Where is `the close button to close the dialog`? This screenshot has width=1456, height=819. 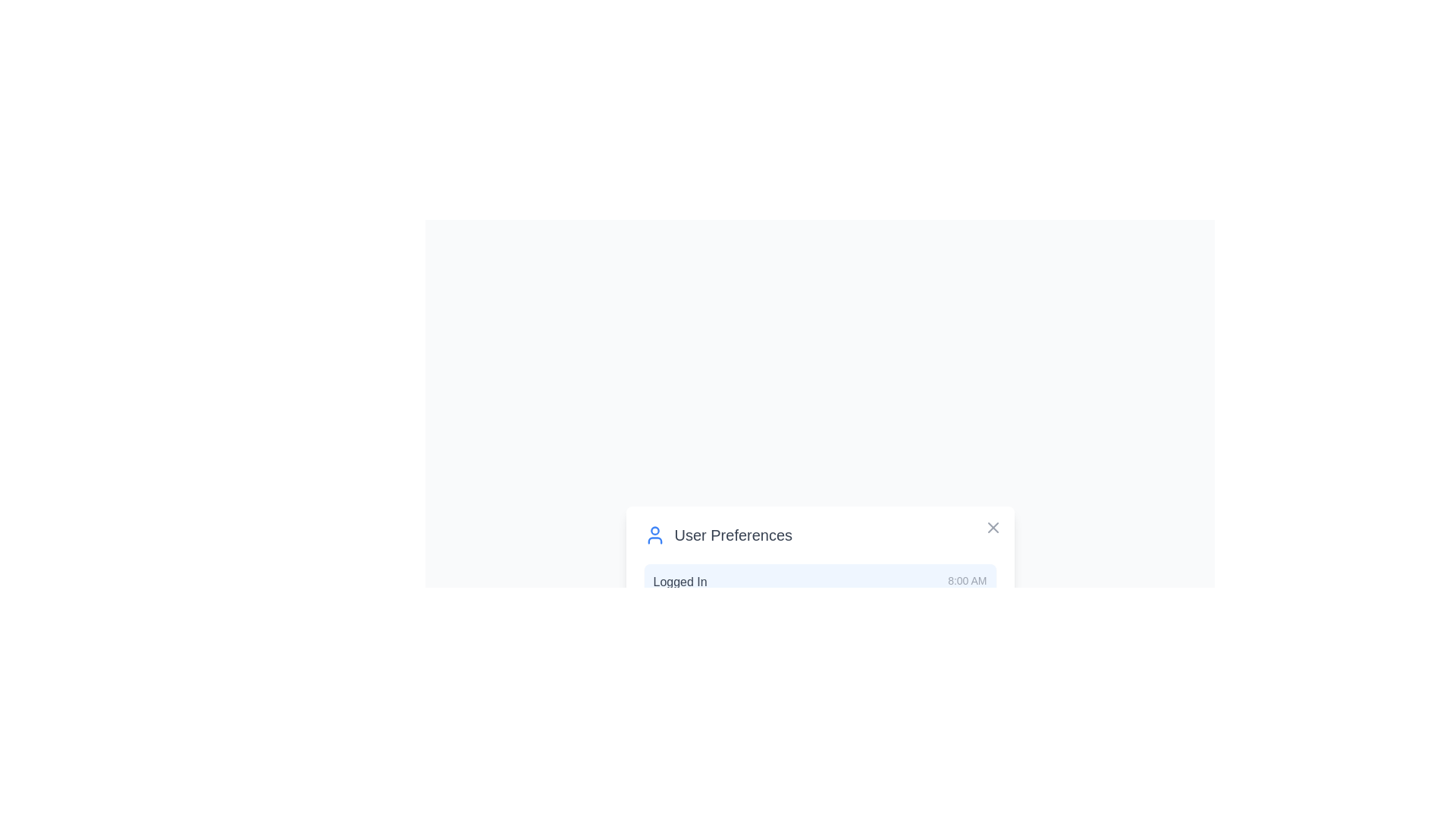
the close button to close the dialog is located at coordinates (993, 526).